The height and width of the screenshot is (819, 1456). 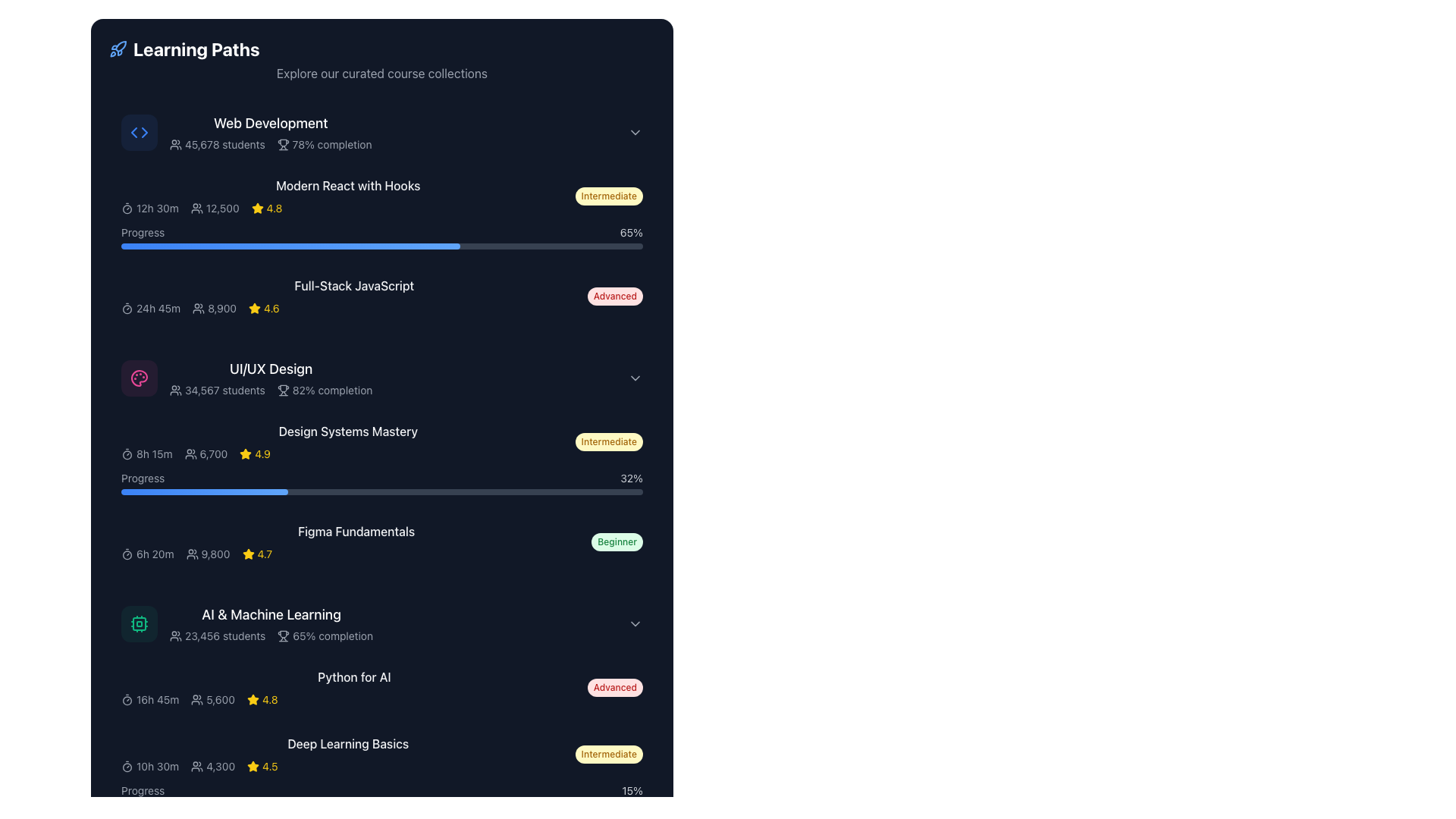 I want to click on the numerical rating '4.8' in the yellow star rating display component under the 'Python for AI' section for possible interactions, so click(x=262, y=699).